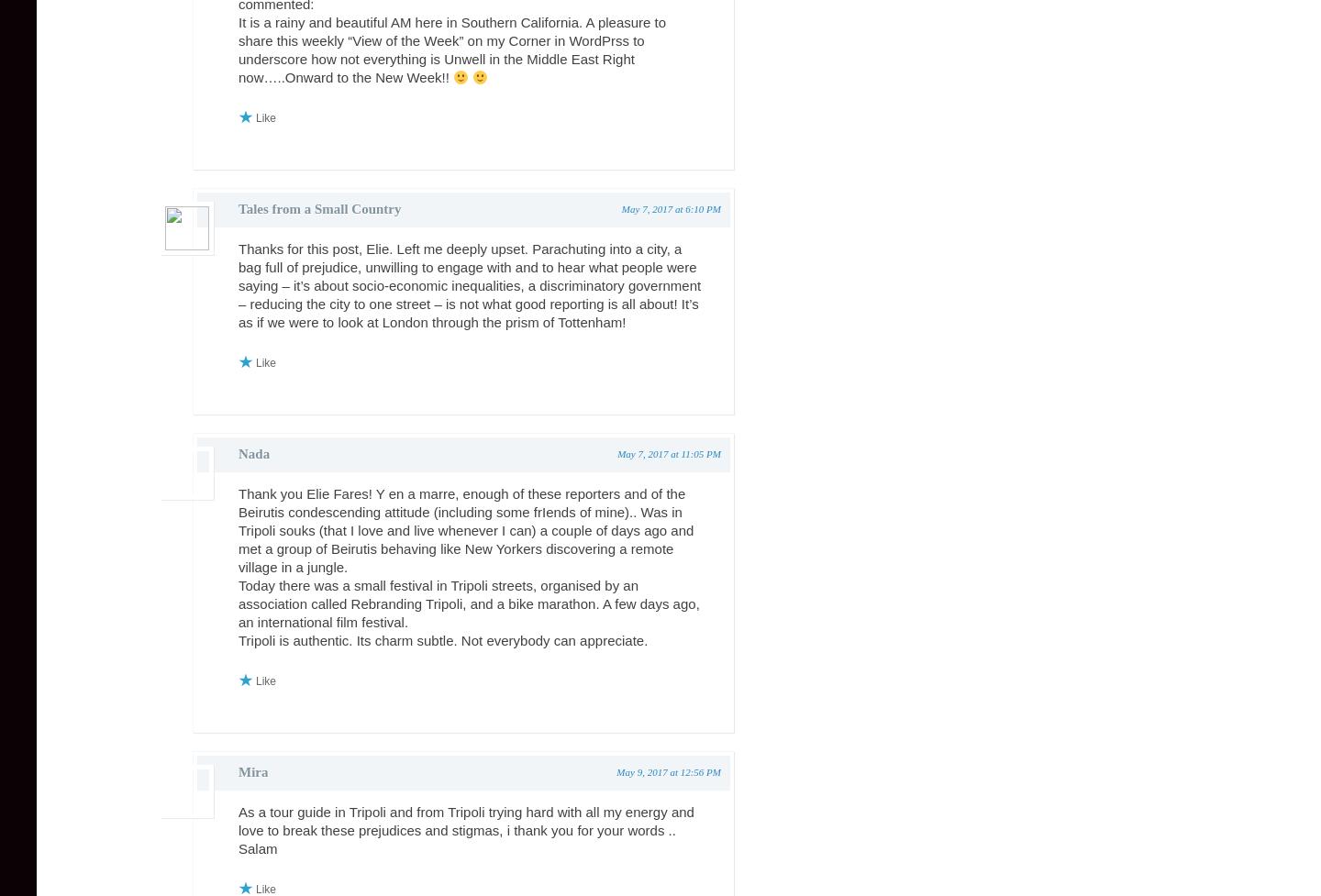 This screenshot has height=896, width=1321. What do you see at coordinates (667, 770) in the screenshot?
I see `'May 9, 2017 at 12:56 PM'` at bounding box center [667, 770].